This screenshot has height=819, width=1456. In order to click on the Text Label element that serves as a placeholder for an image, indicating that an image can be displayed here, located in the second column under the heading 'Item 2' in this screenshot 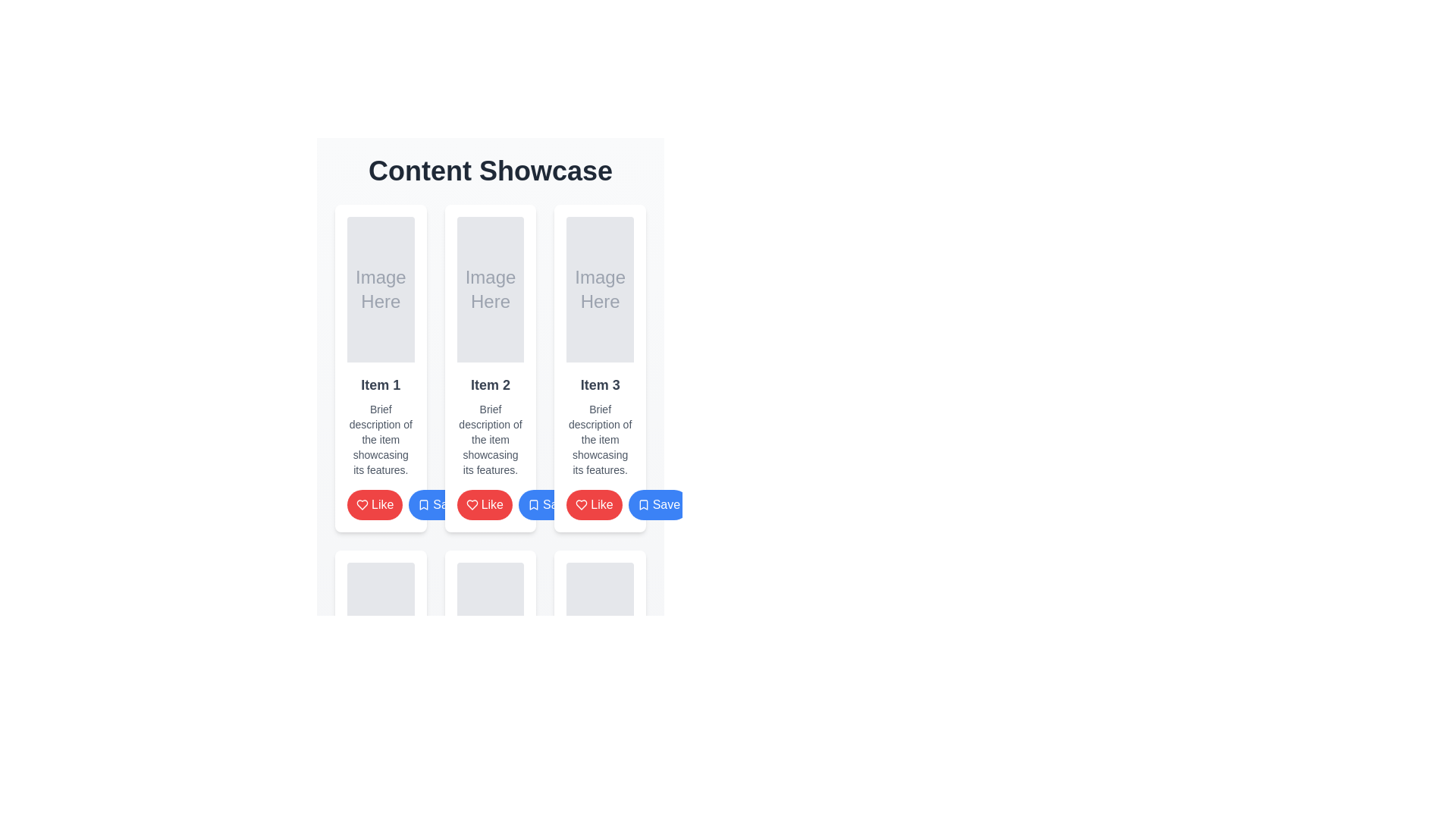, I will do `click(491, 289)`.